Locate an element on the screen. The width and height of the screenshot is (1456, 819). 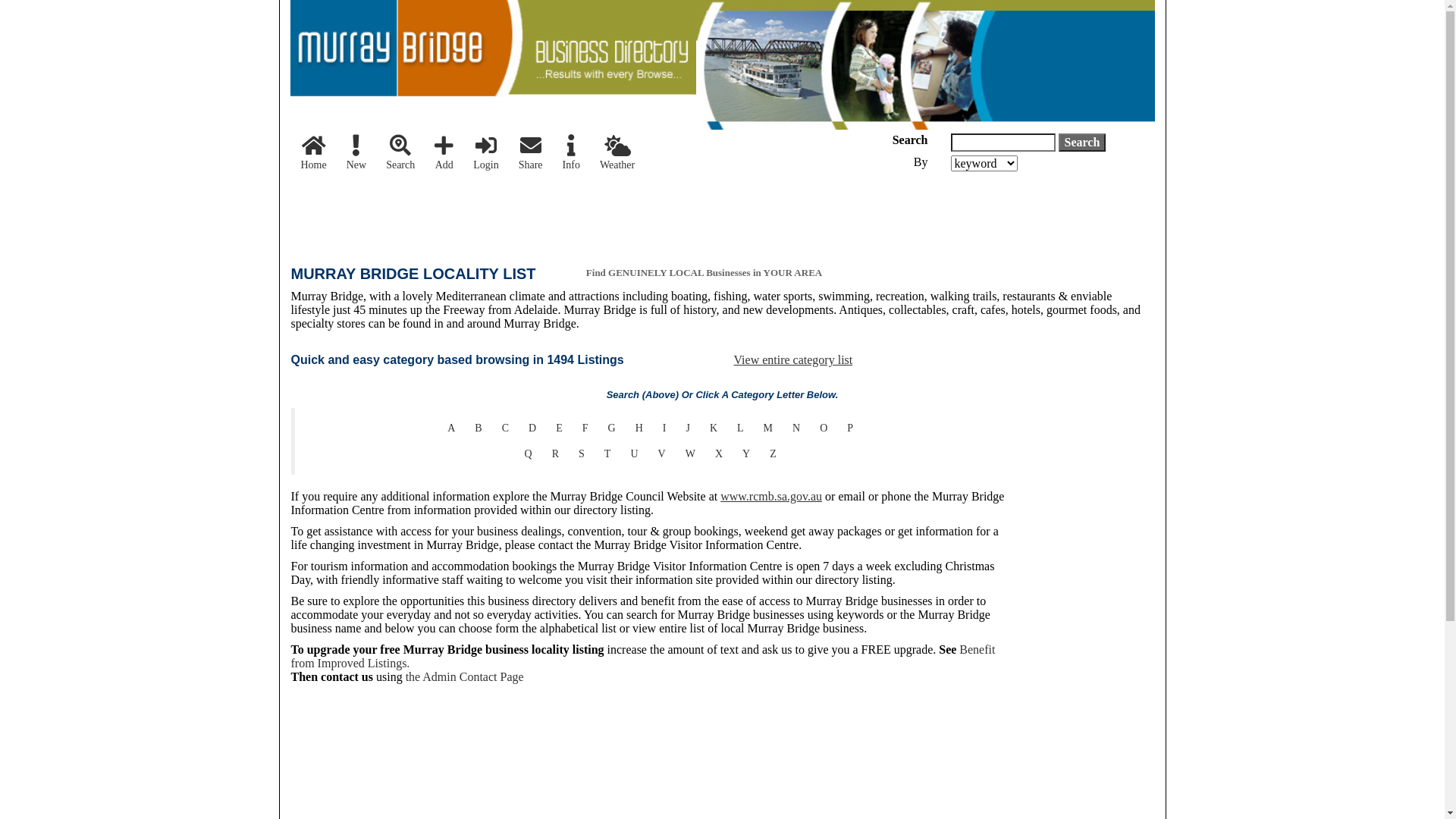
'I' is located at coordinates (652, 428).